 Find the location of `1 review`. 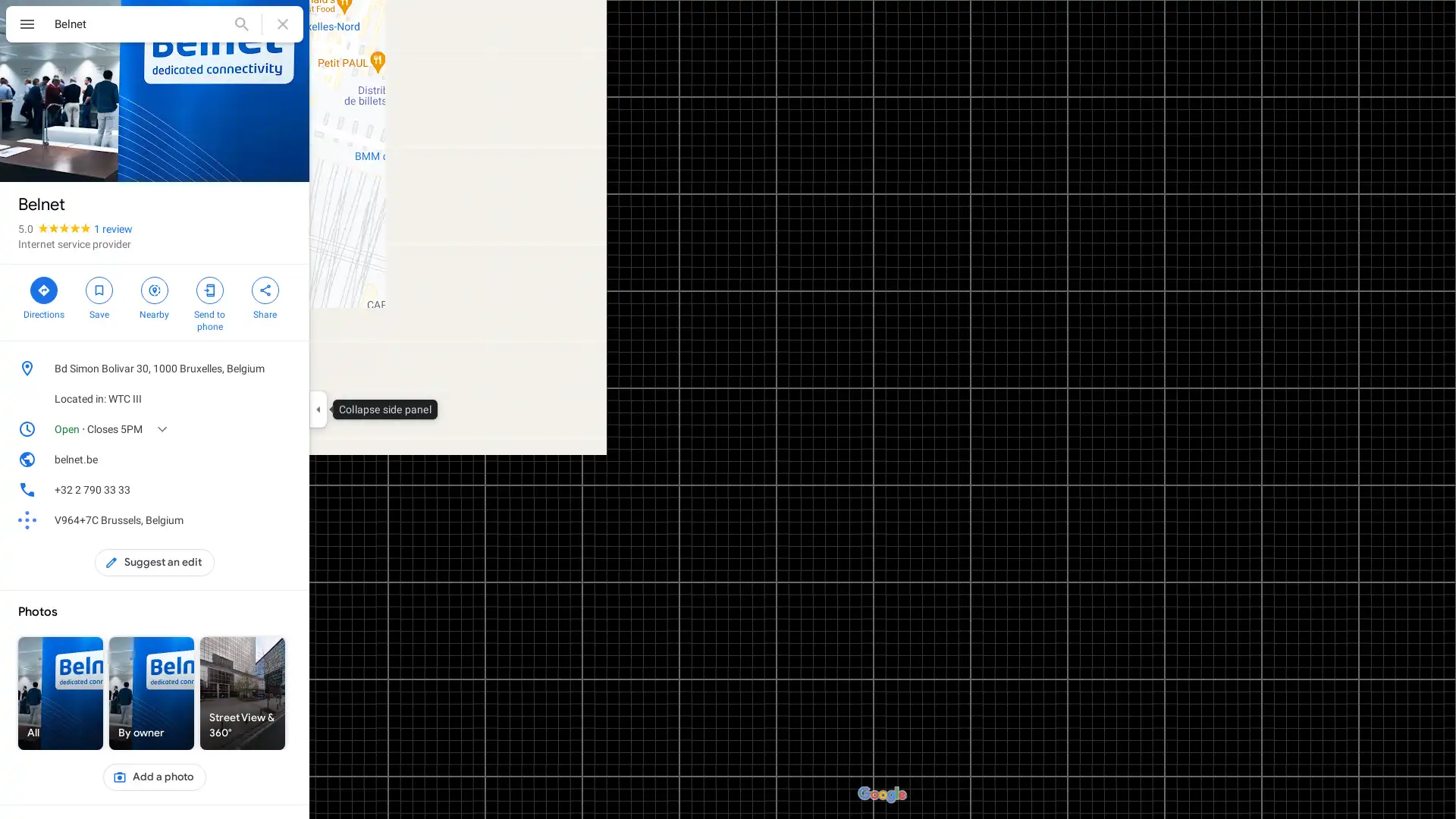

1 review is located at coordinates (112, 228).